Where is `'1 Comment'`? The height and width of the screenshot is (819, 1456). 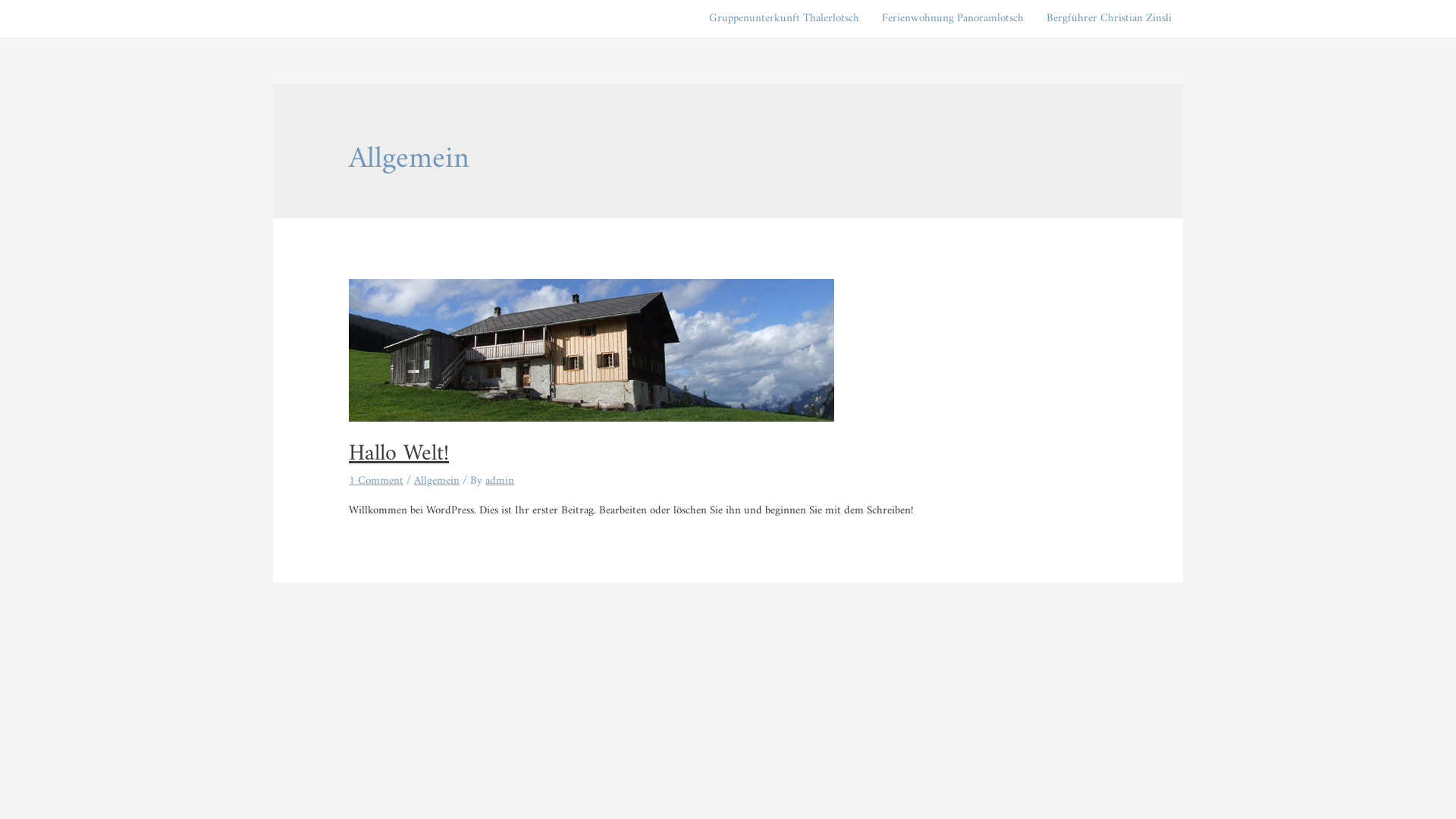 '1 Comment' is located at coordinates (375, 481).